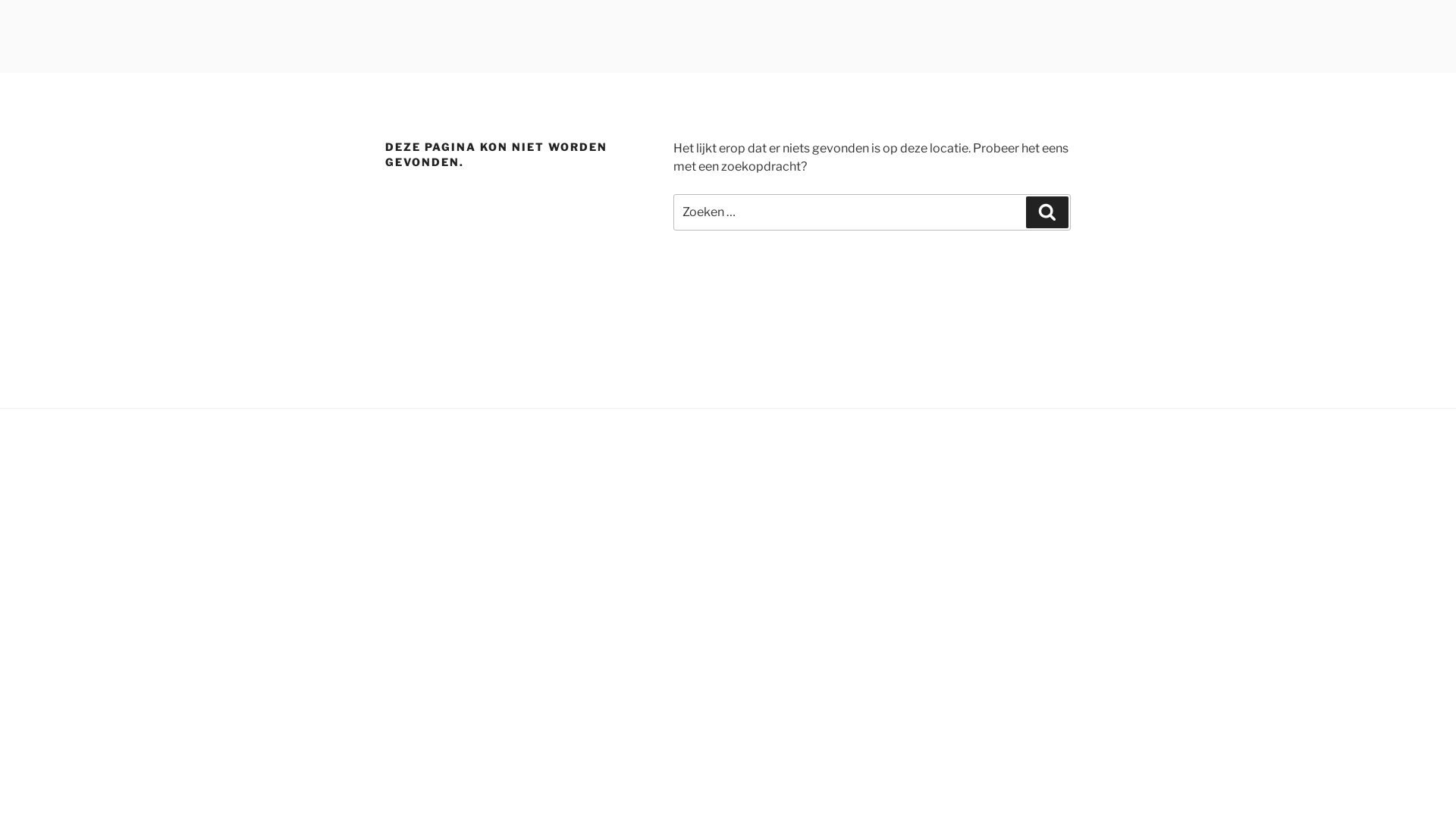  I want to click on 'Zoeken', so click(1046, 212).